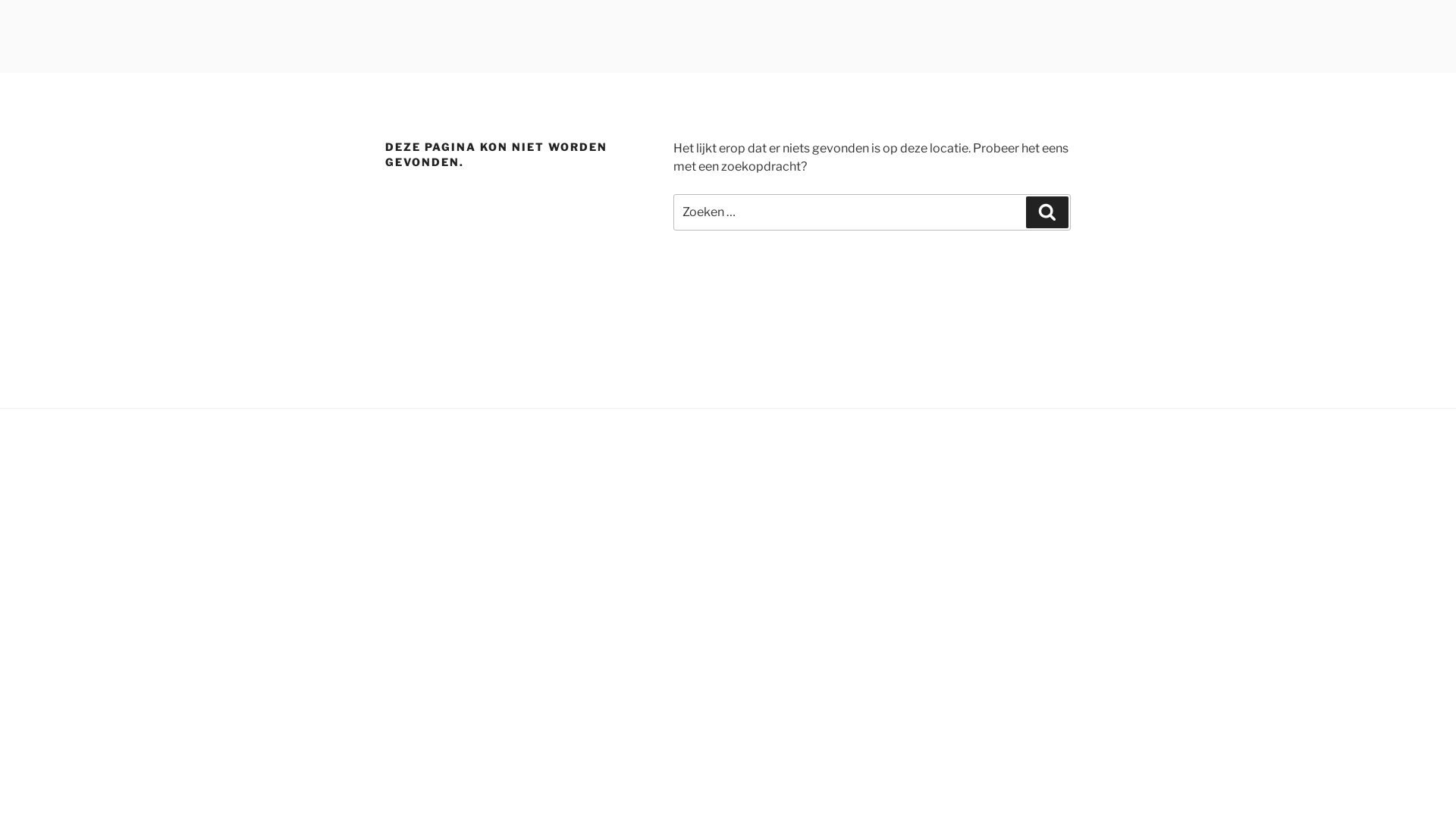  I want to click on 'Zoeken', so click(1046, 212).